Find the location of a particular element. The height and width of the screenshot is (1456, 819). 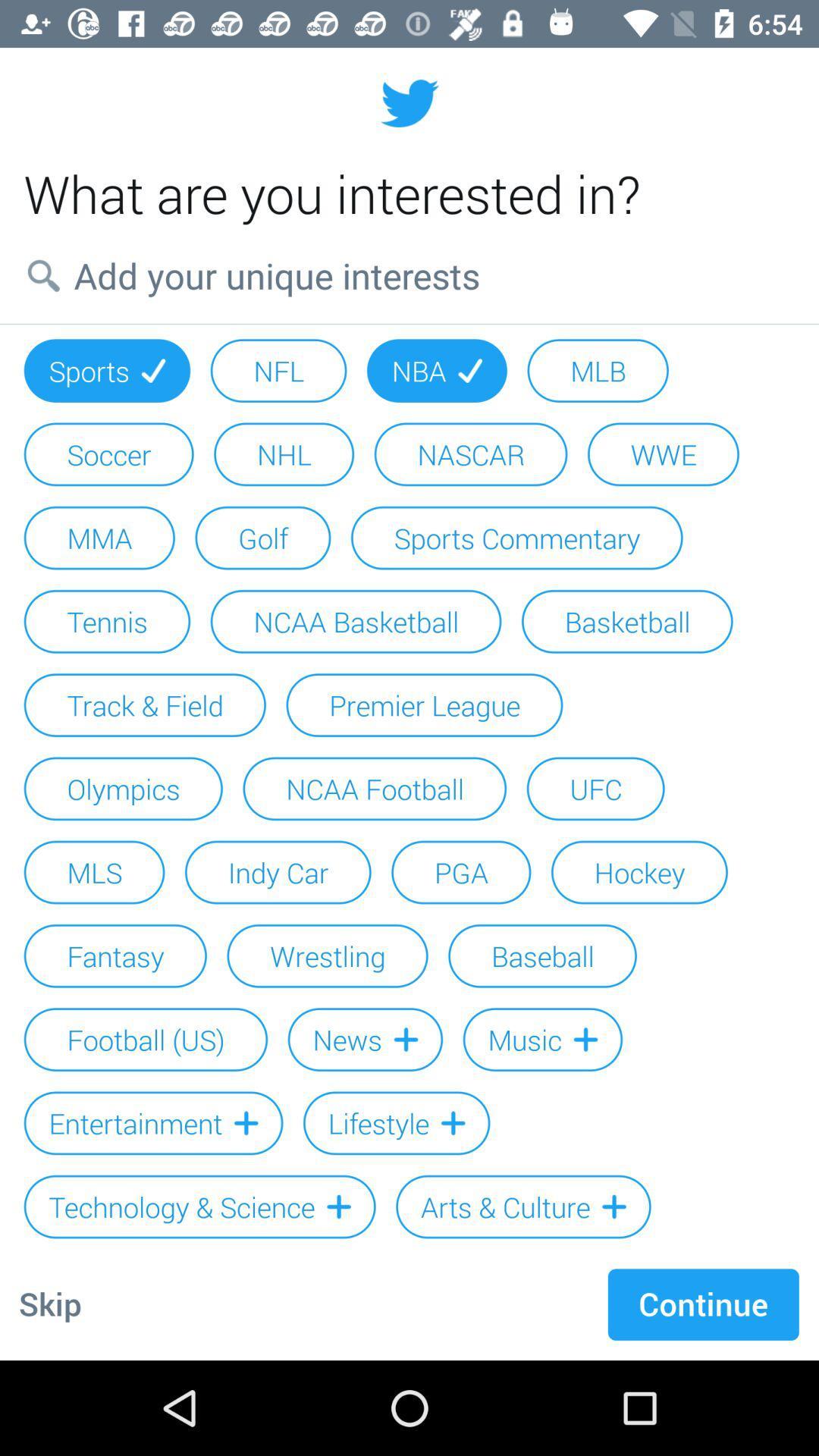

icon to the left of continue icon is located at coordinates (49, 1304).